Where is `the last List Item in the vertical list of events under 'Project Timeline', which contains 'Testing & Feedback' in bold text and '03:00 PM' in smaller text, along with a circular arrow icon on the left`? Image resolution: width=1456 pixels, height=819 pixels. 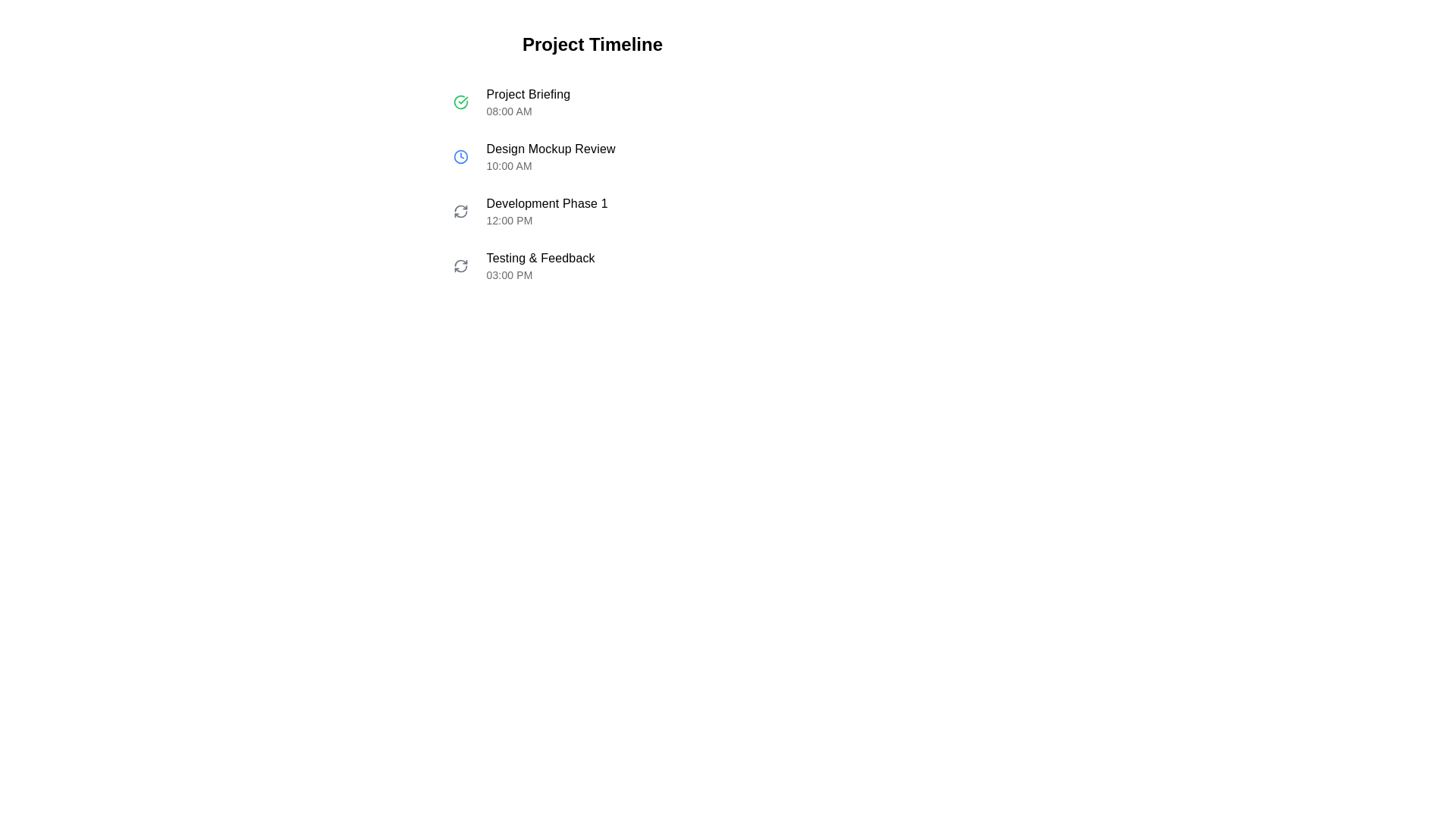 the last List Item in the vertical list of events under 'Project Timeline', which contains 'Testing & Feedback' in bold text and '03:00 PM' in smaller text, along with a circular arrow icon on the left is located at coordinates (591, 265).